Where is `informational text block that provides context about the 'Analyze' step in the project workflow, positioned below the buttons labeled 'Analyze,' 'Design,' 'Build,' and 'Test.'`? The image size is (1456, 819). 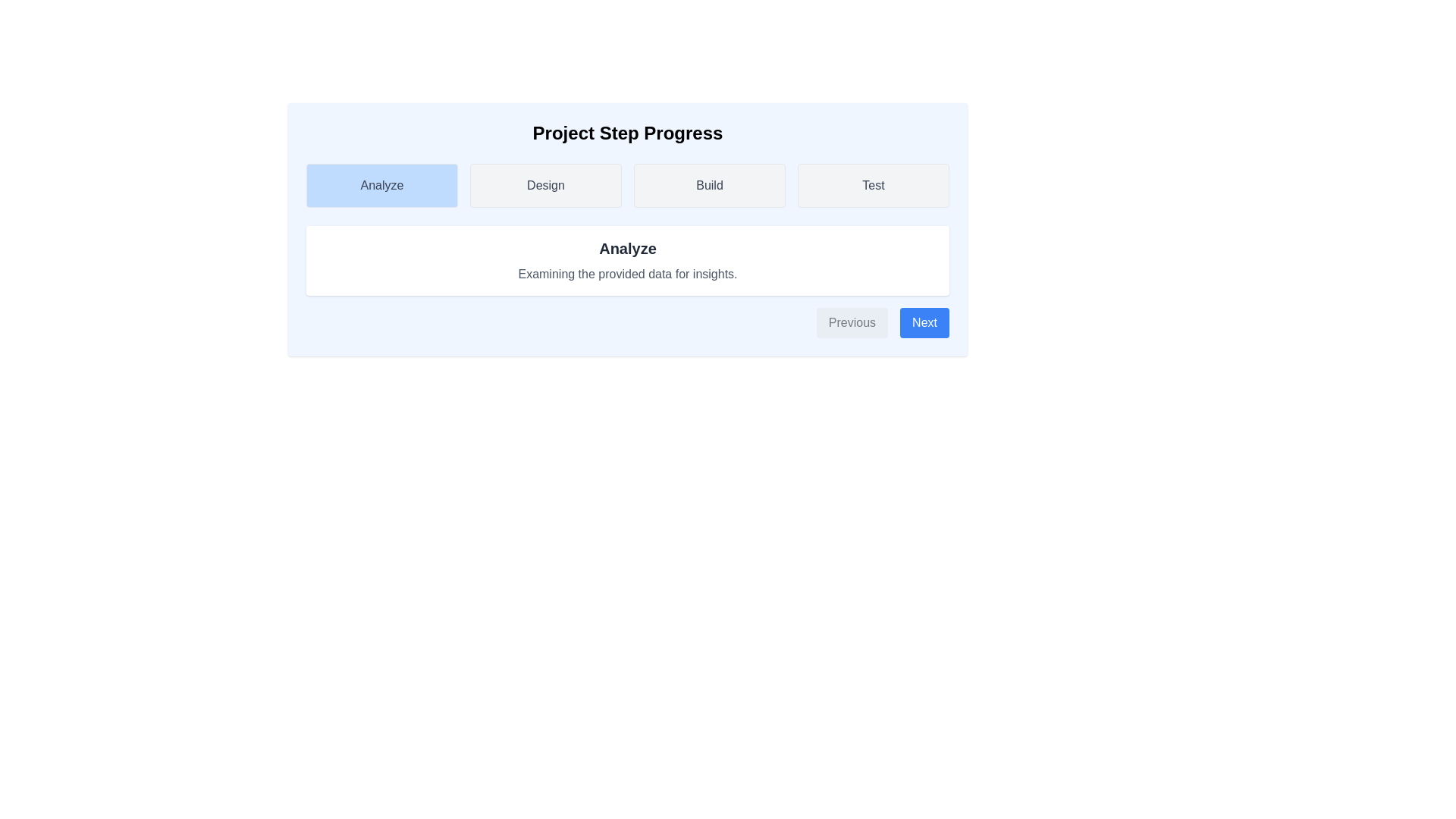 informational text block that provides context about the 'Analyze' step in the project workflow, positioned below the buttons labeled 'Analyze,' 'Design,' 'Build,' and 'Test.' is located at coordinates (628, 259).